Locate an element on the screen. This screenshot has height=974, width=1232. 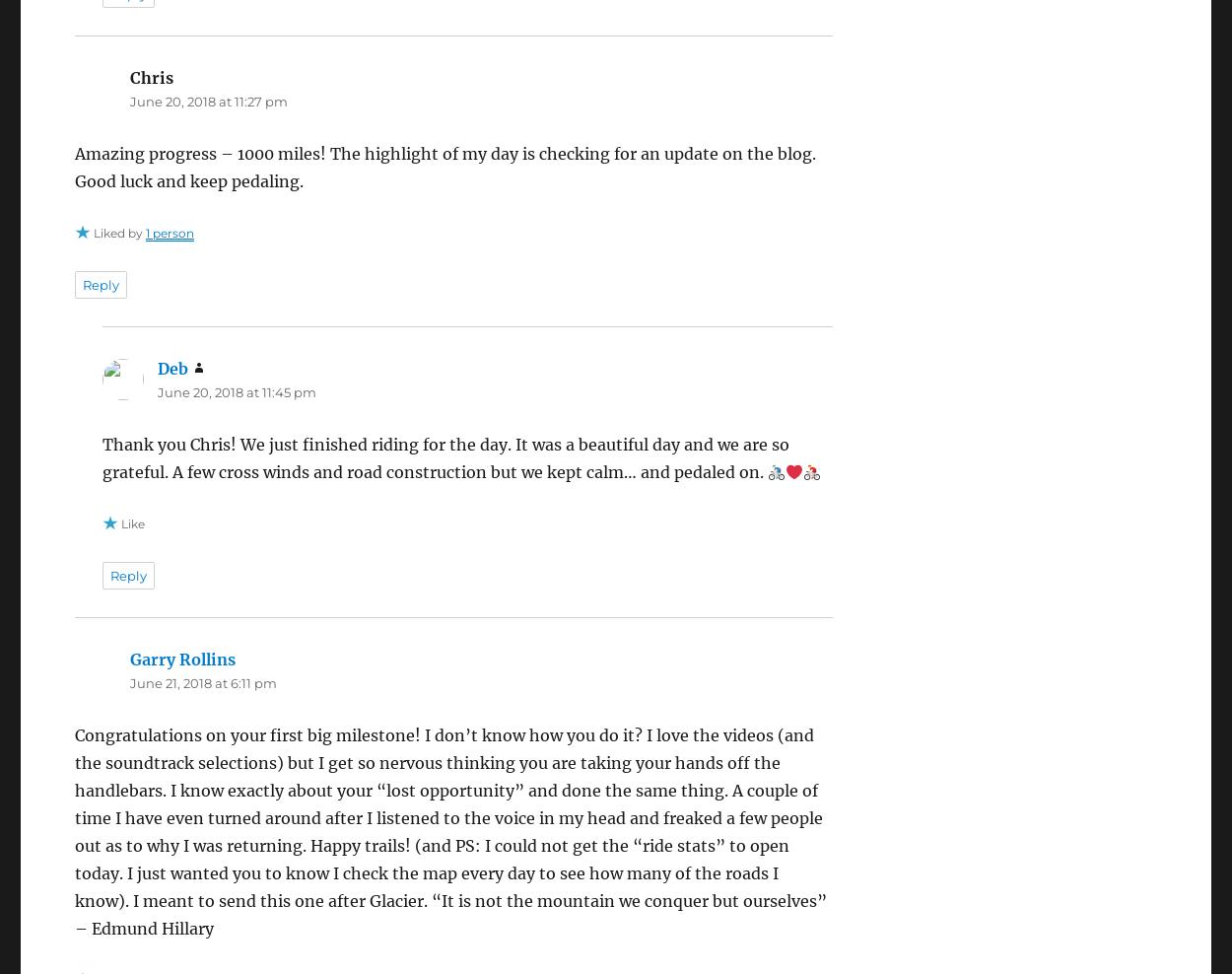
'June 20, 2018 at 11:27 pm' is located at coordinates (207, 100).